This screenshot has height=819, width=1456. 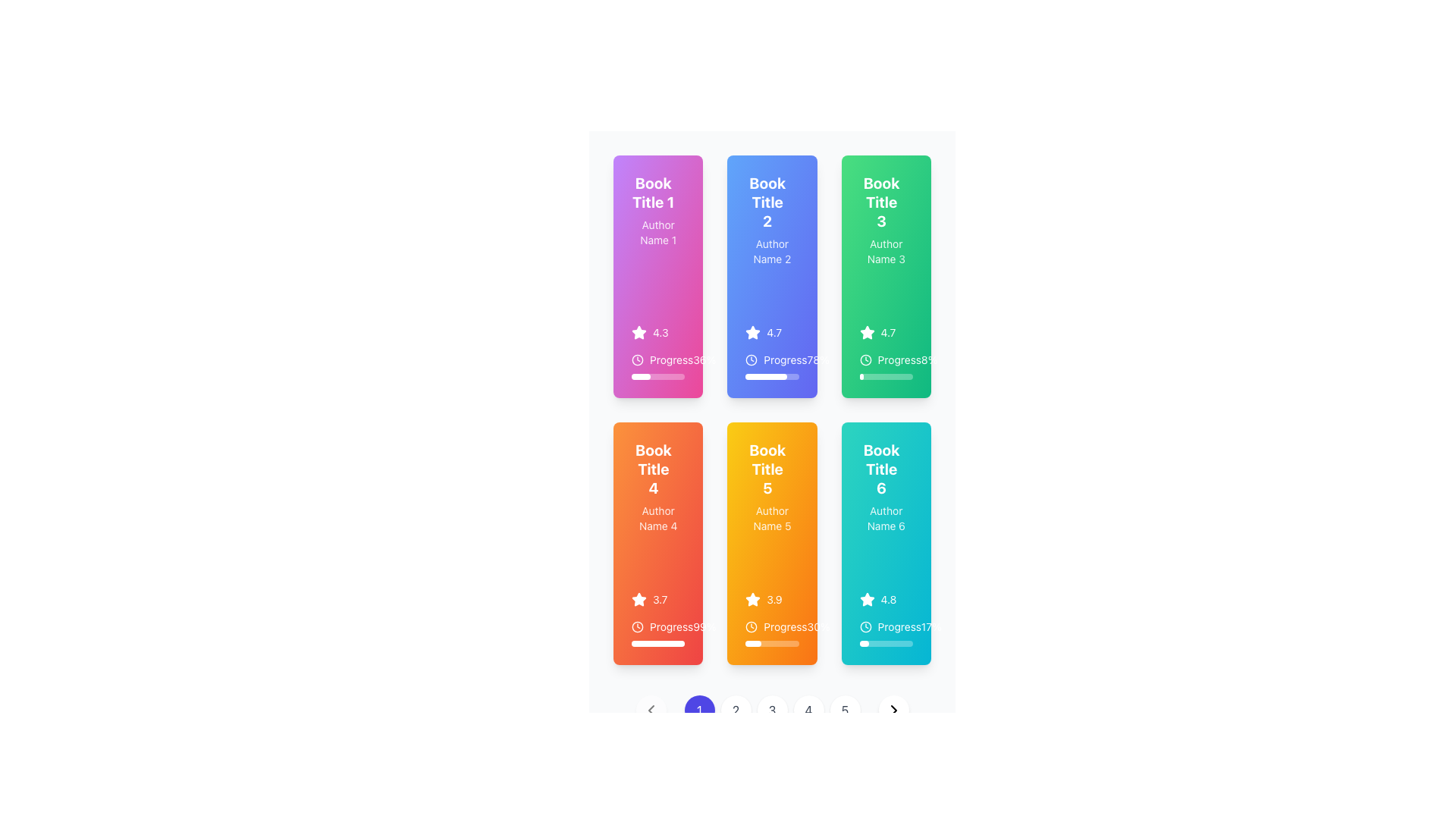 I want to click on the Progress indicator displaying 'Progress 30%' with a clock icon, located in the card for 'Book Title 5, Author Name 5' at the bottom part under the rating stars, so click(x=772, y=632).